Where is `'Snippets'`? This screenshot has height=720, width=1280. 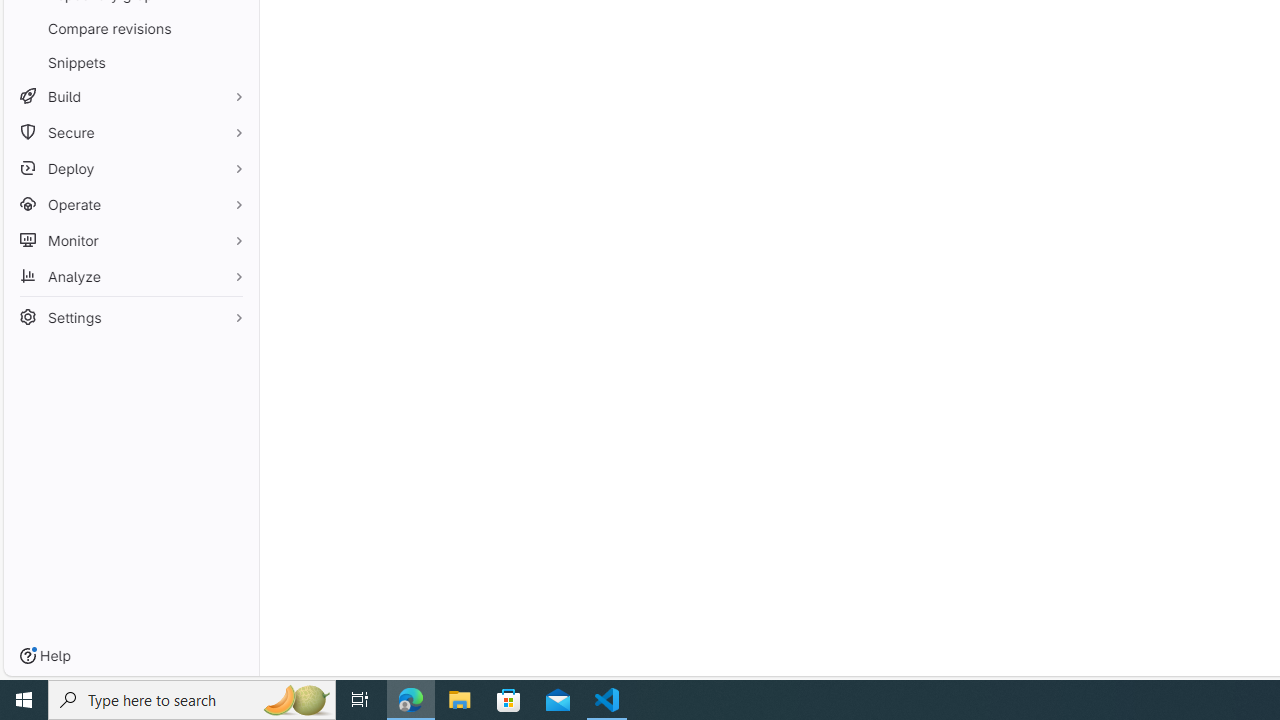
'Snippets' is located at coordinates (130, 61).